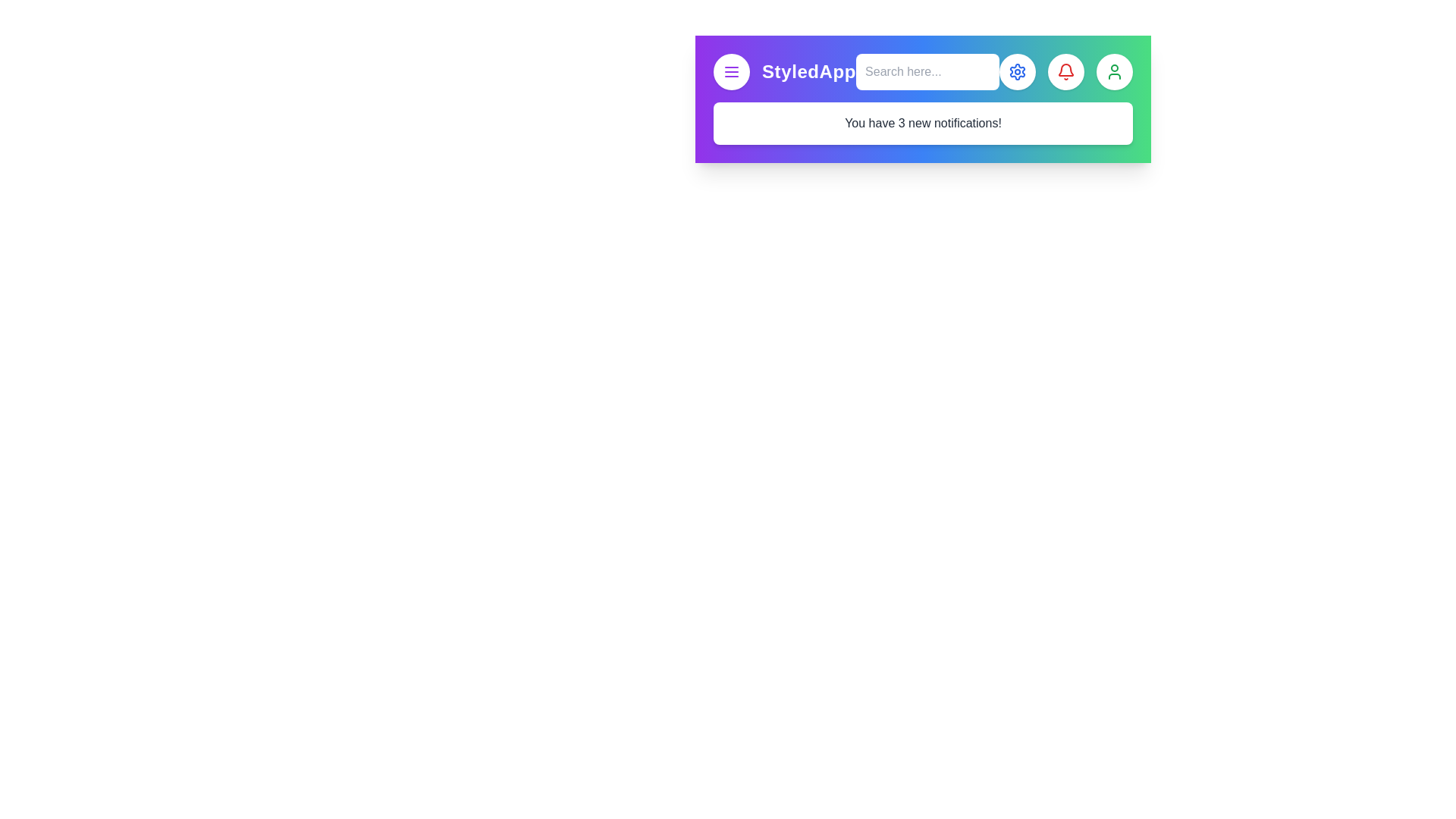  Describe the element at coordinates (1018, 72) in the screenshot. I see `the element with Settings Button to display its tooltip or effect` at that location.